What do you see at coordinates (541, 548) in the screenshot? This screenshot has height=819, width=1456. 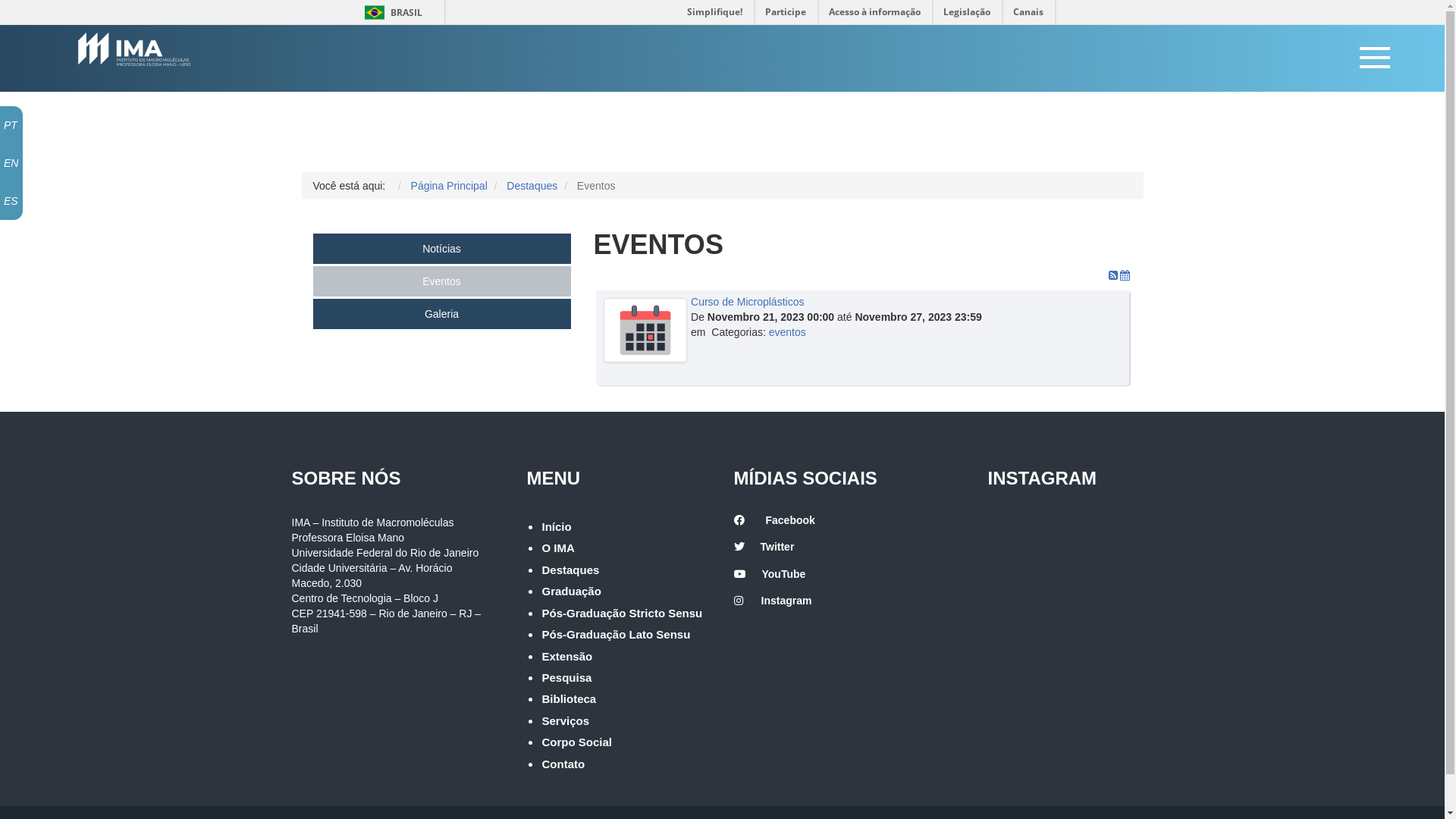 I see `'O IMA'` at bounding box center [541, 548].